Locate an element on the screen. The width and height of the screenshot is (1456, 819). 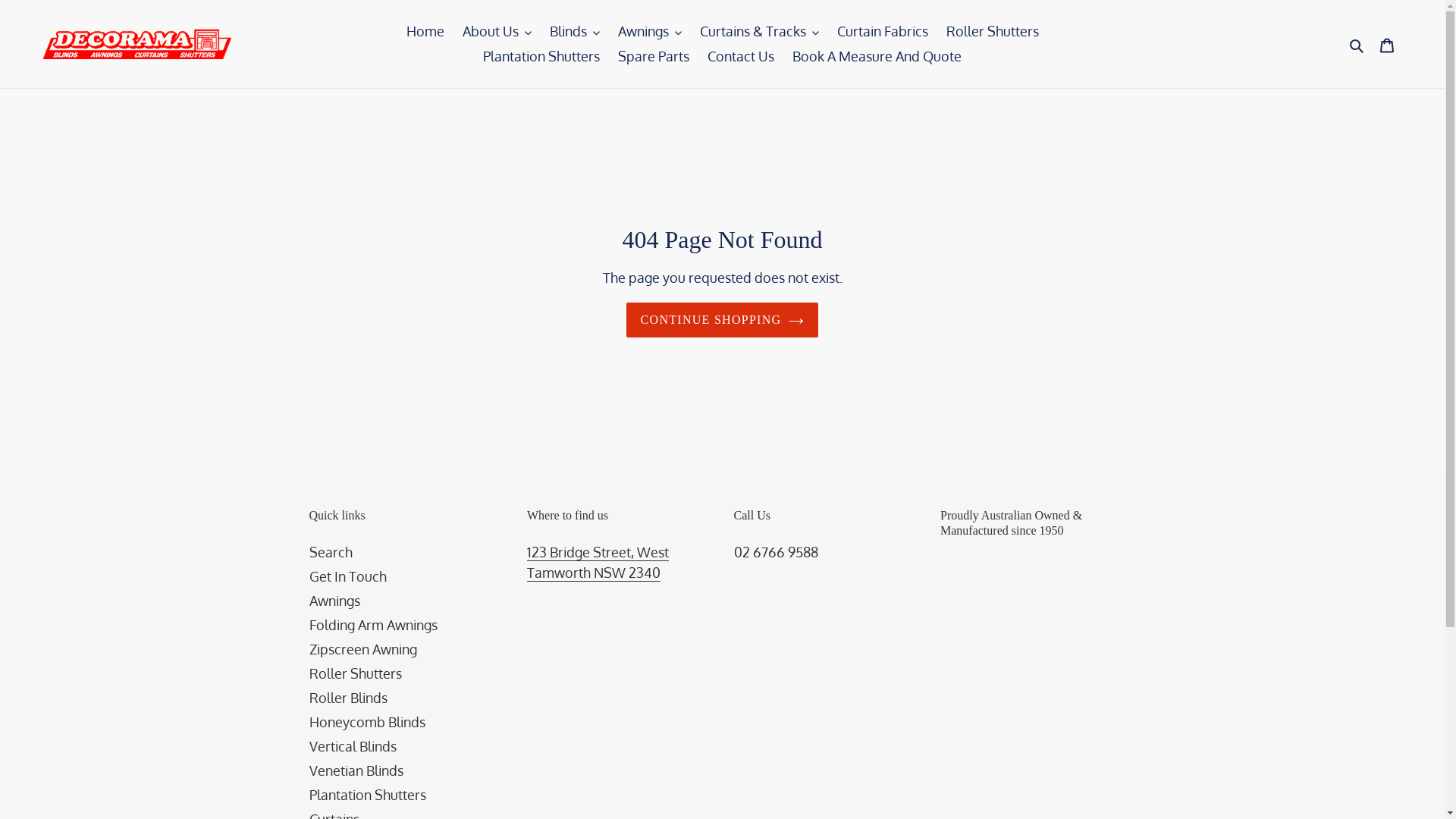
'CONTINUE SHOPPING' is located at coordinates (722, 318).